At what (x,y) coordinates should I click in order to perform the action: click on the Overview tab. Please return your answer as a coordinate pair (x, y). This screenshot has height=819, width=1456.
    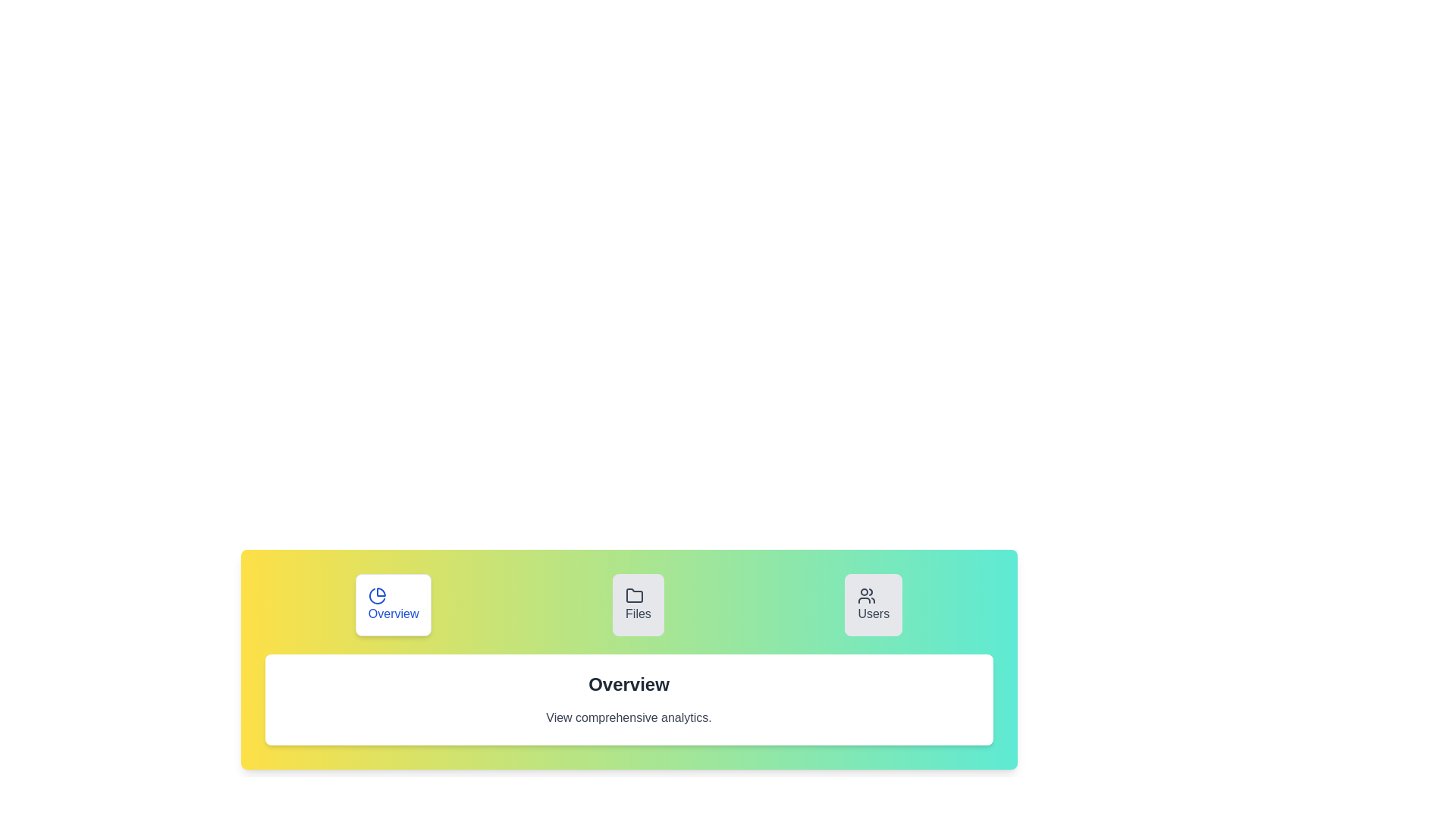
    Looking at the image, I should click on (394, 604).